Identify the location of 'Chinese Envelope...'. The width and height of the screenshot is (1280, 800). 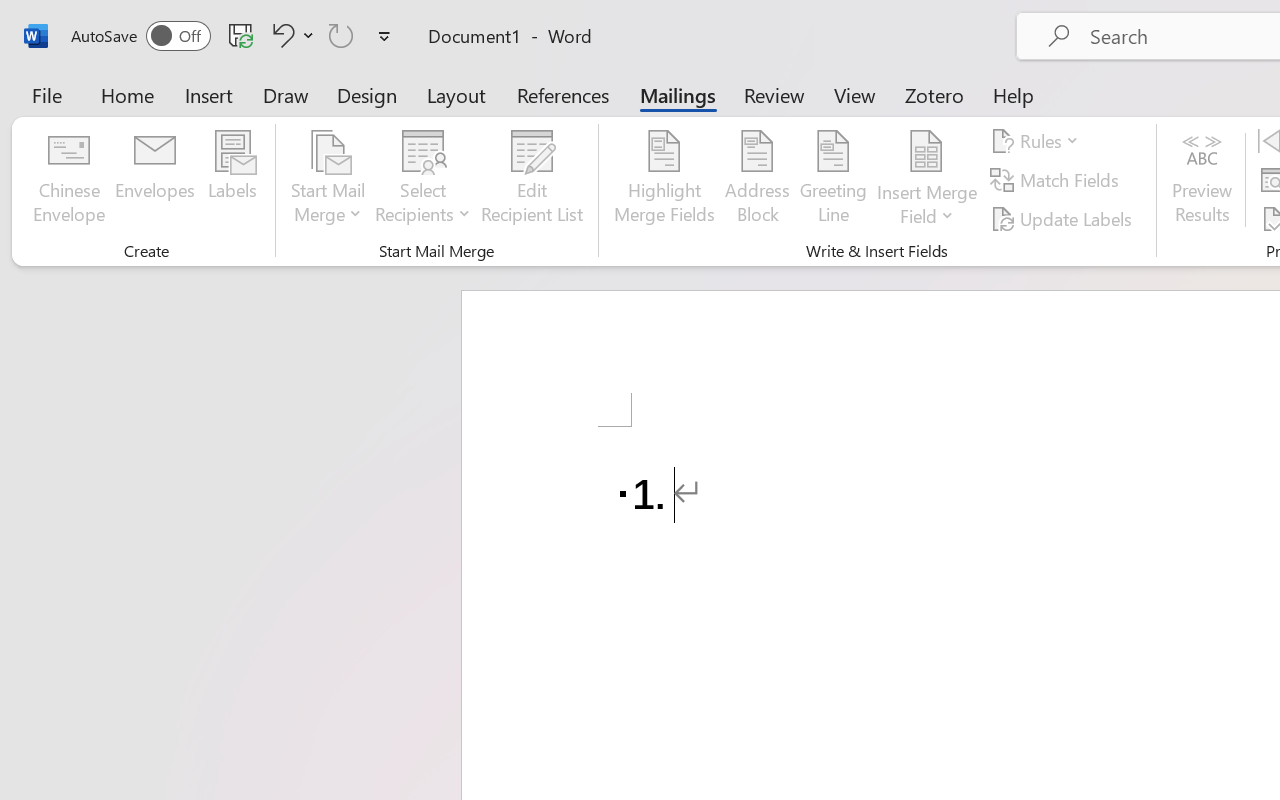
(69, 179).